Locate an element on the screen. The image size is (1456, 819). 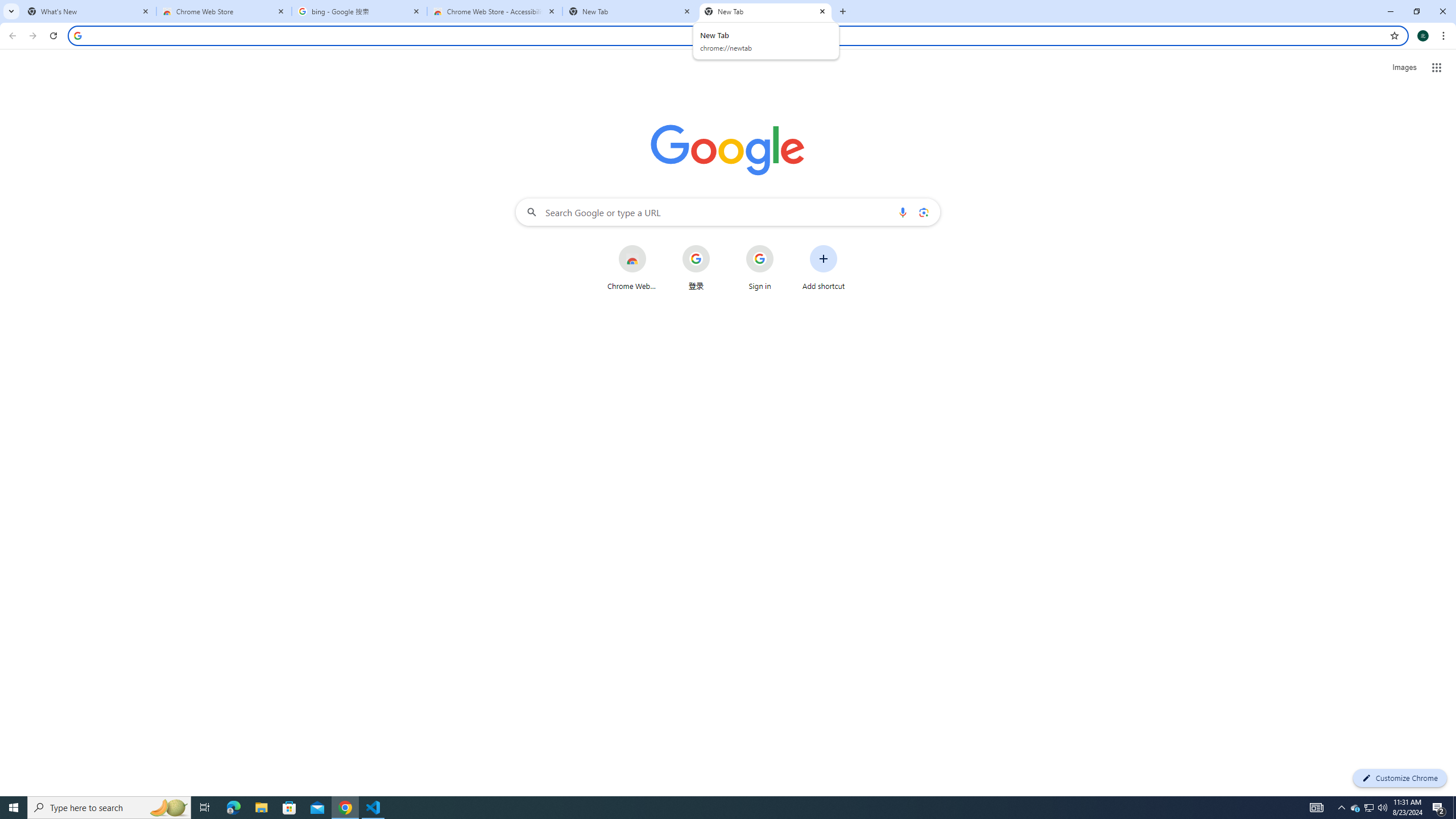
'What' is located at coordinates (88, 11).